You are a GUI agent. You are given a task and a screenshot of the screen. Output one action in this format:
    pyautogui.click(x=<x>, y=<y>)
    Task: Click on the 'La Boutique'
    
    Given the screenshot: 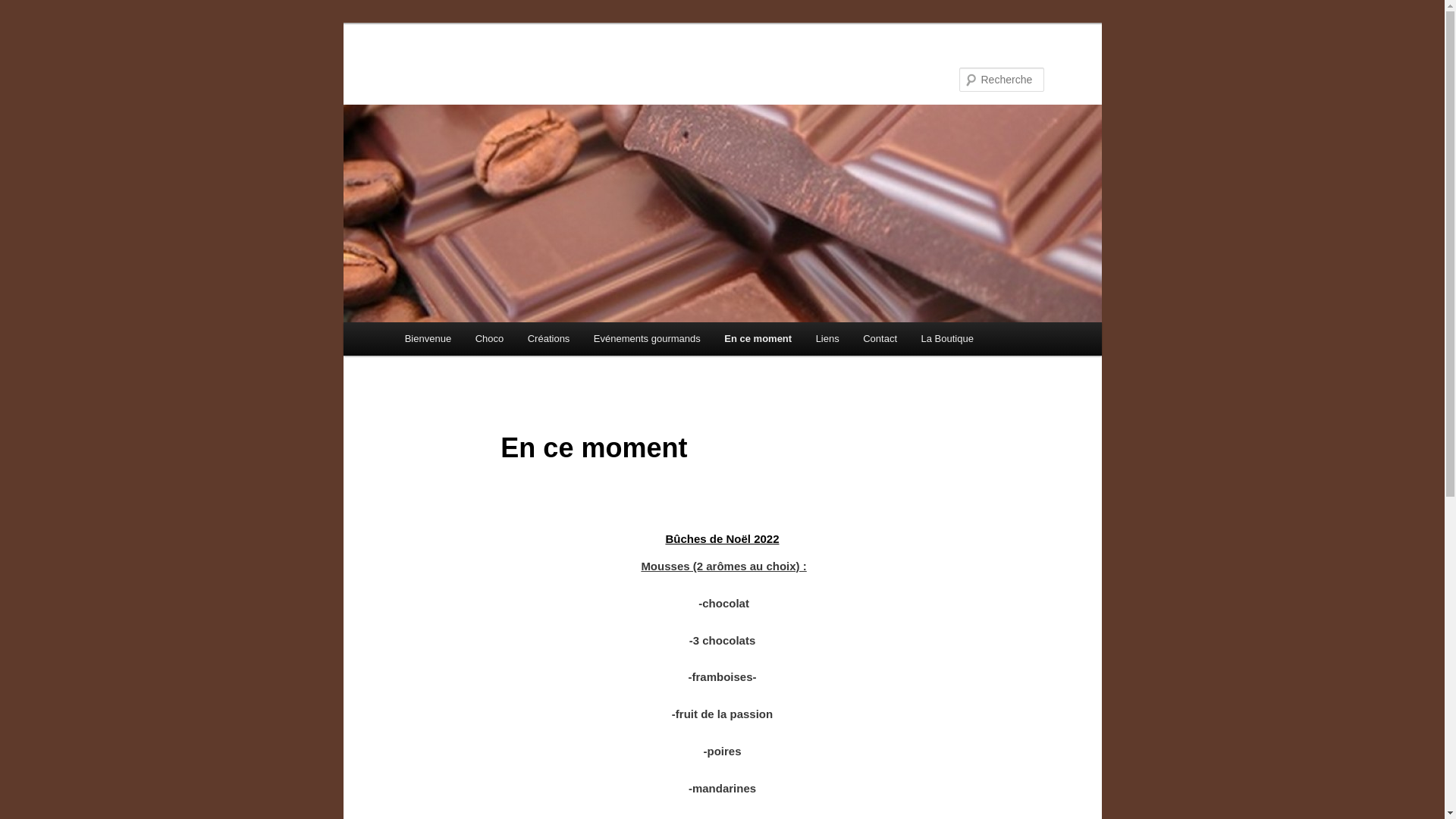 What is the action you would take?
    pyautogui.click(x=946, y=337)
    